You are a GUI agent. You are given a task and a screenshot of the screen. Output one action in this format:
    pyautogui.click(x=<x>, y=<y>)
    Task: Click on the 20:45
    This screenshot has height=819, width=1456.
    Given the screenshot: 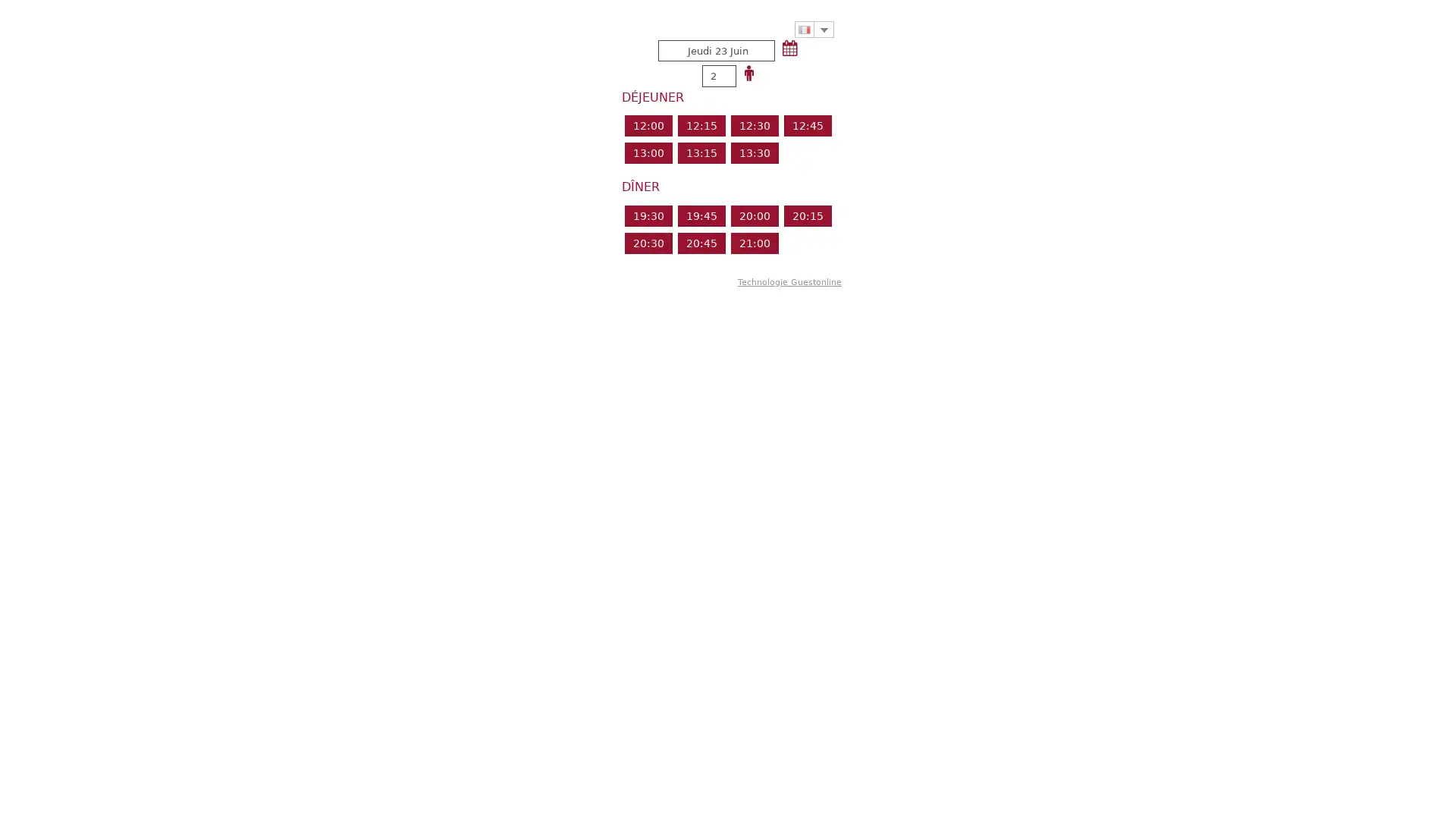 What is the action you would take?
    pyautogui.click(x=700, y=242)
    